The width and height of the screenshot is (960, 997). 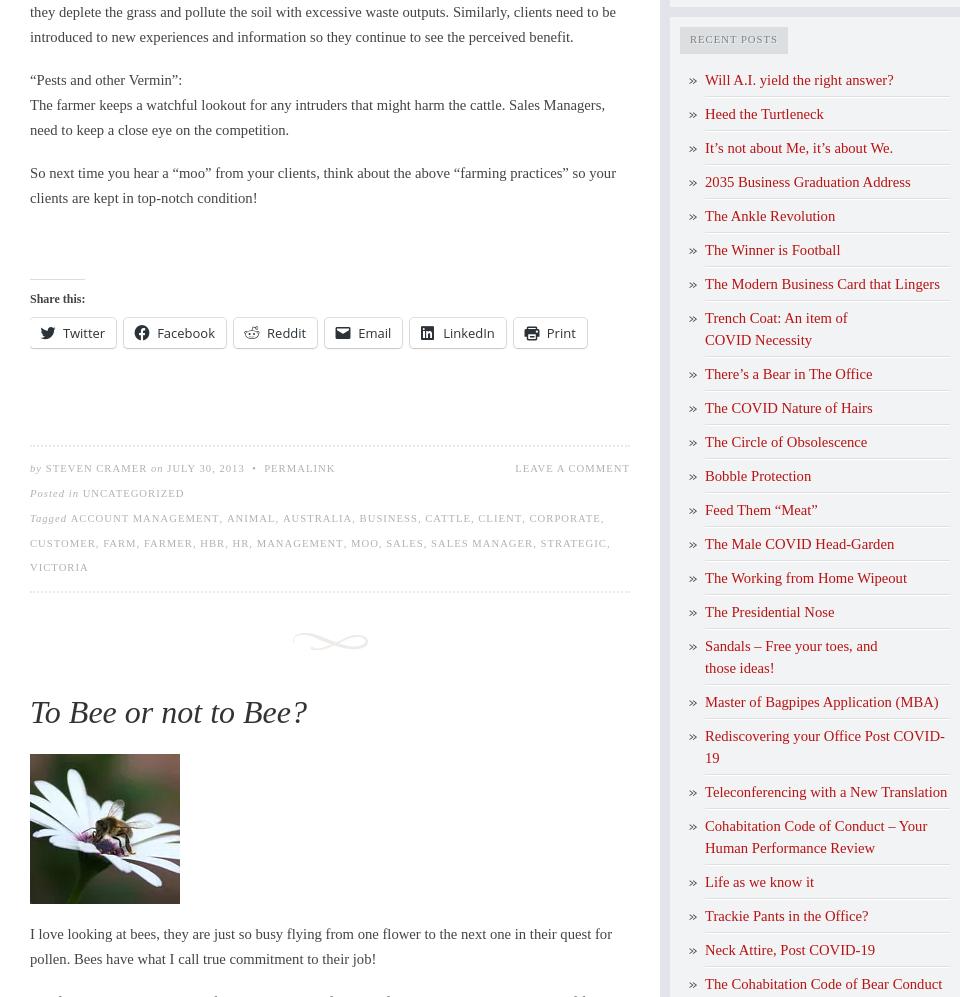 What do you see at coordinates (167, 710) in the screenshot?
I see `'To Bee or not to Bee?'` at bounding box center [167, 710].